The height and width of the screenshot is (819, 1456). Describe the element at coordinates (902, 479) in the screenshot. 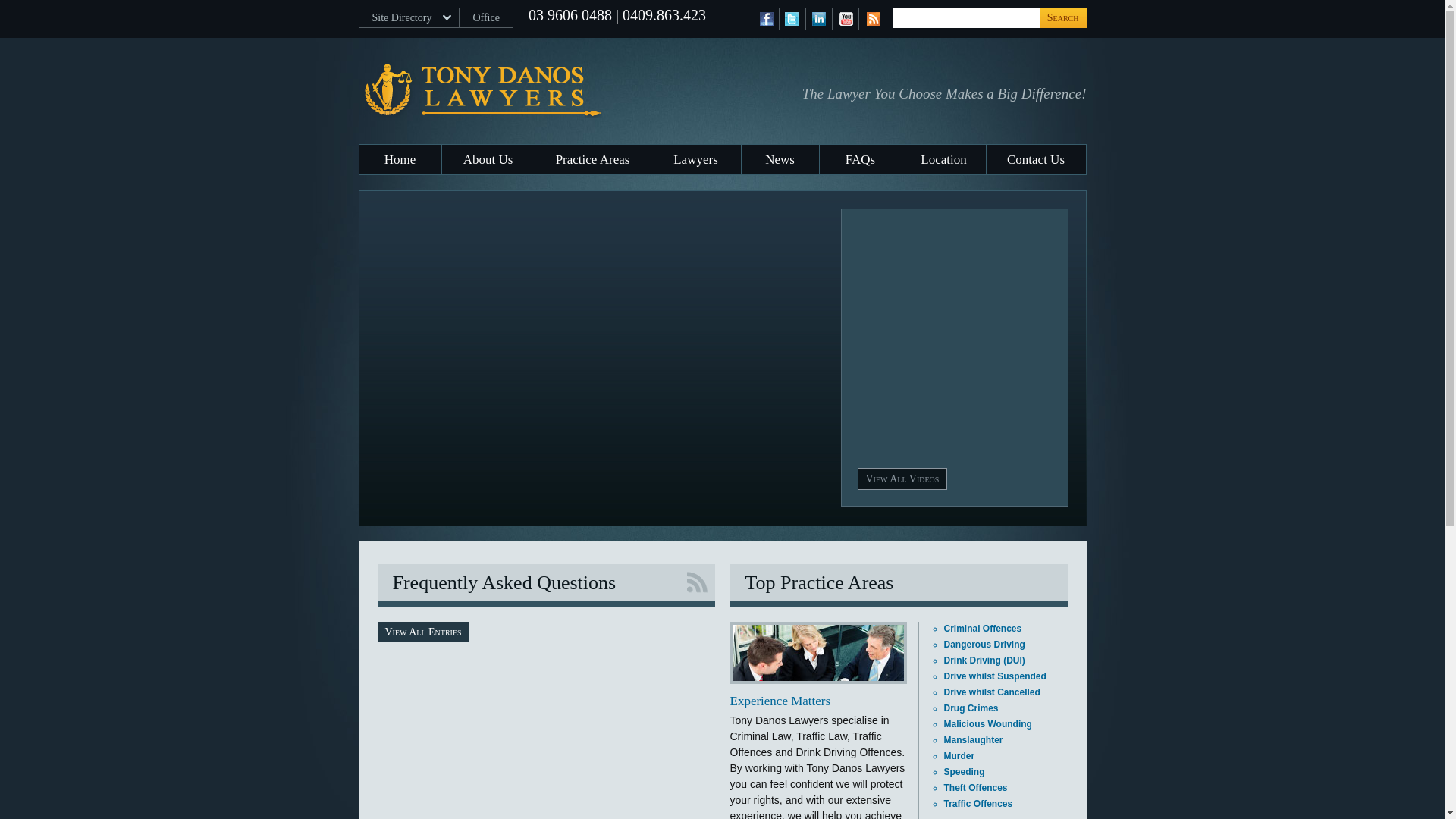

I see `'View All Videos'` at that location.